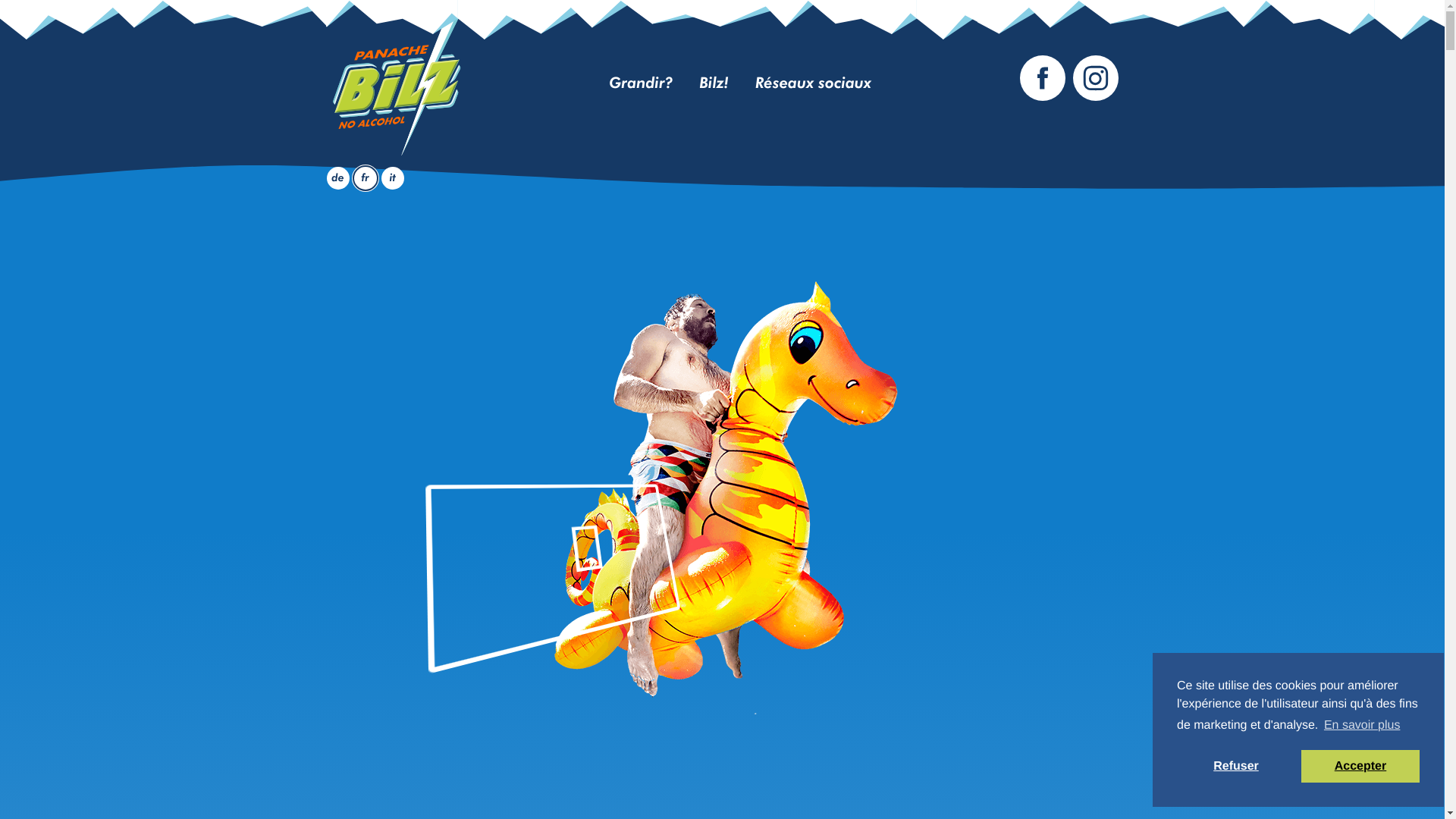 The image size is (1456, 819). Describe the element at coordinates (381, 177) in the screenshot. I see `'it'` at that location.